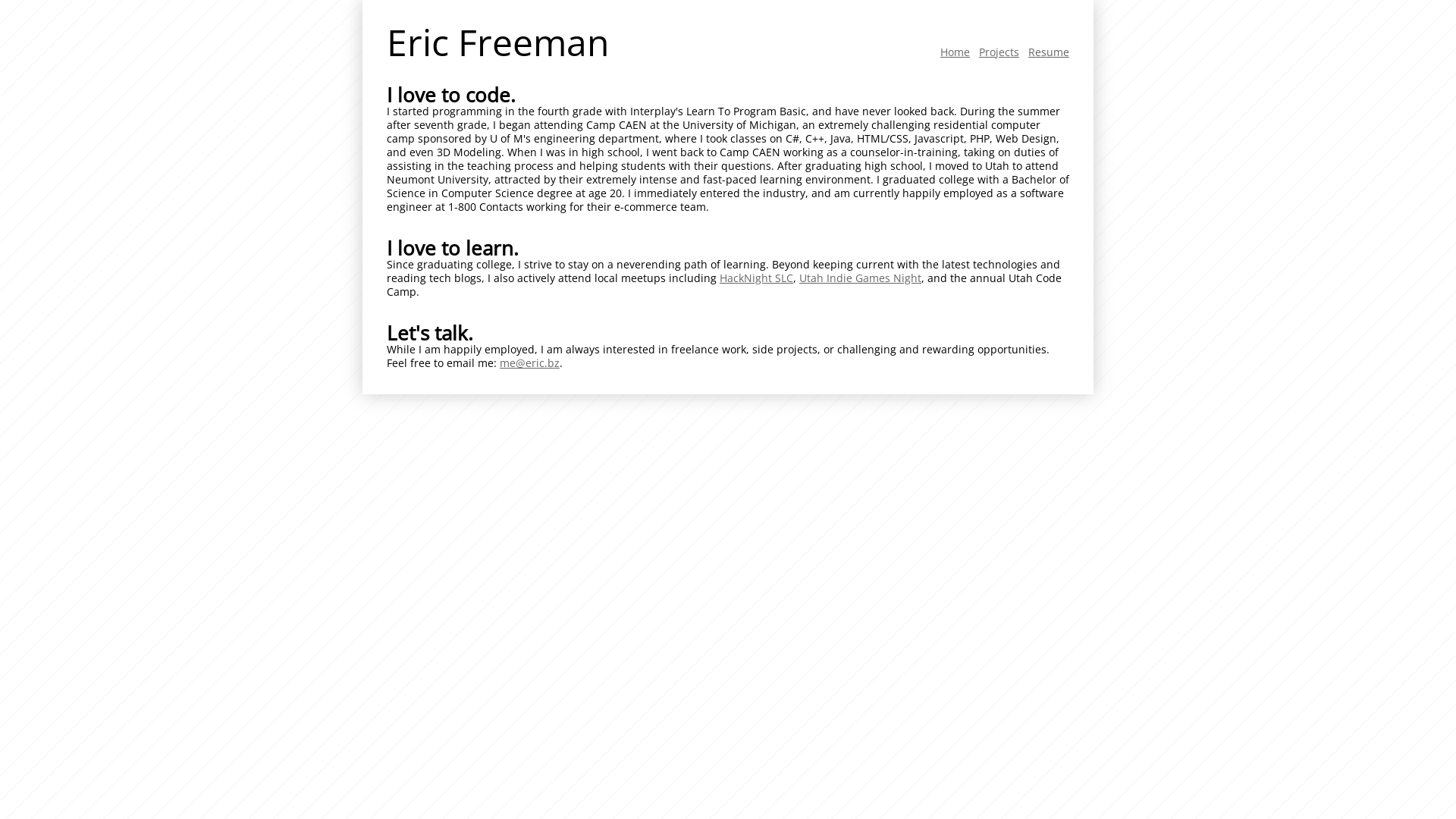 The image size is (1456, 819). Describe the element at coordinates (756, 278) in the screenshot. I see `'HackNight SLC'` at that location.